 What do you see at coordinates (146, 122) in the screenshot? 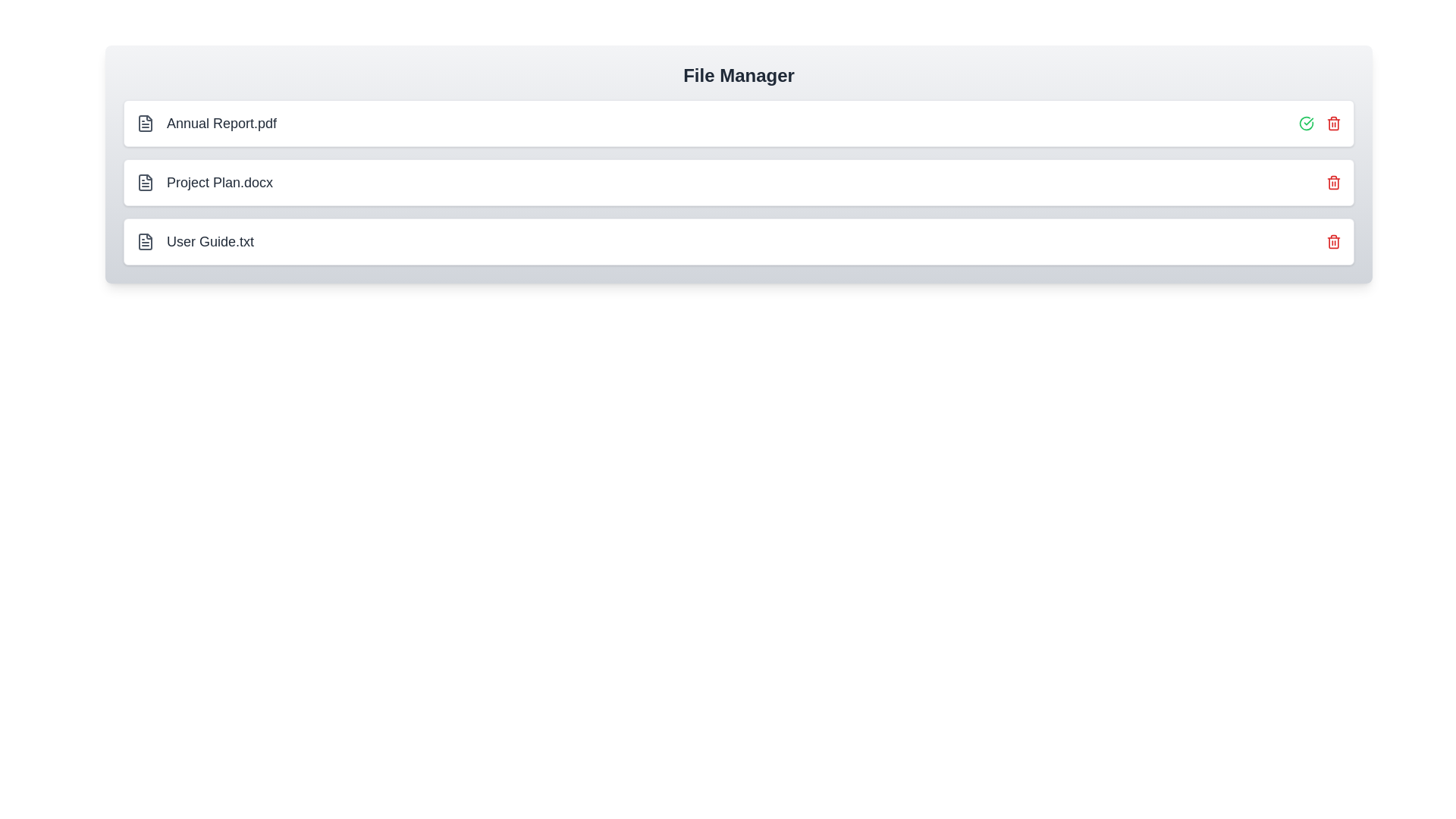
I see `the document icon representing 'Annual Report.pdf'` at bounding box center [146, 122].